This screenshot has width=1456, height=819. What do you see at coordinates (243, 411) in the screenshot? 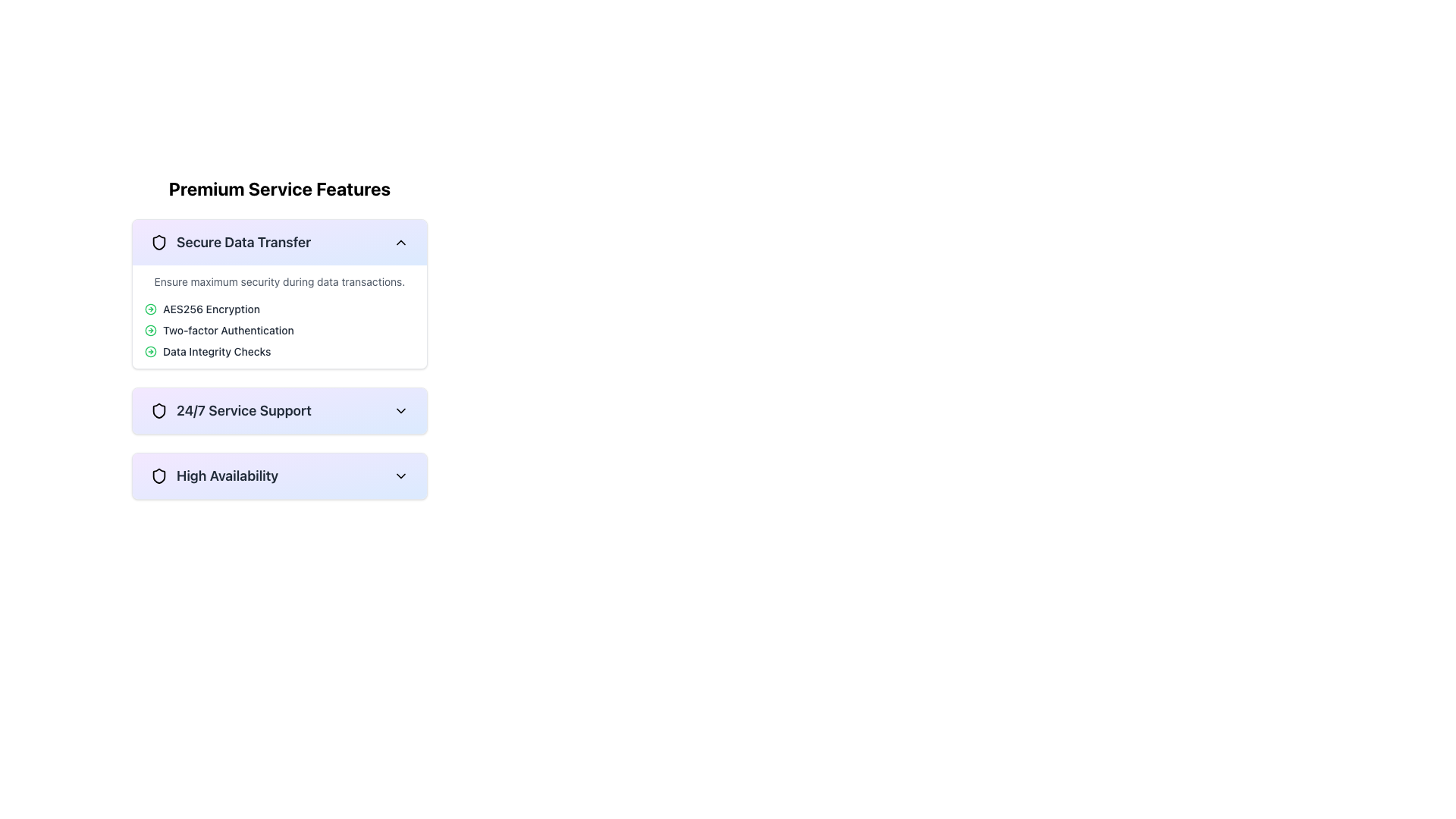
I see `the text label stating '24/7 Service Support', which is prominently styled in bold, dark gray font, located to the right of a shield icon within a light purple background` at bounding box center [243, 411].